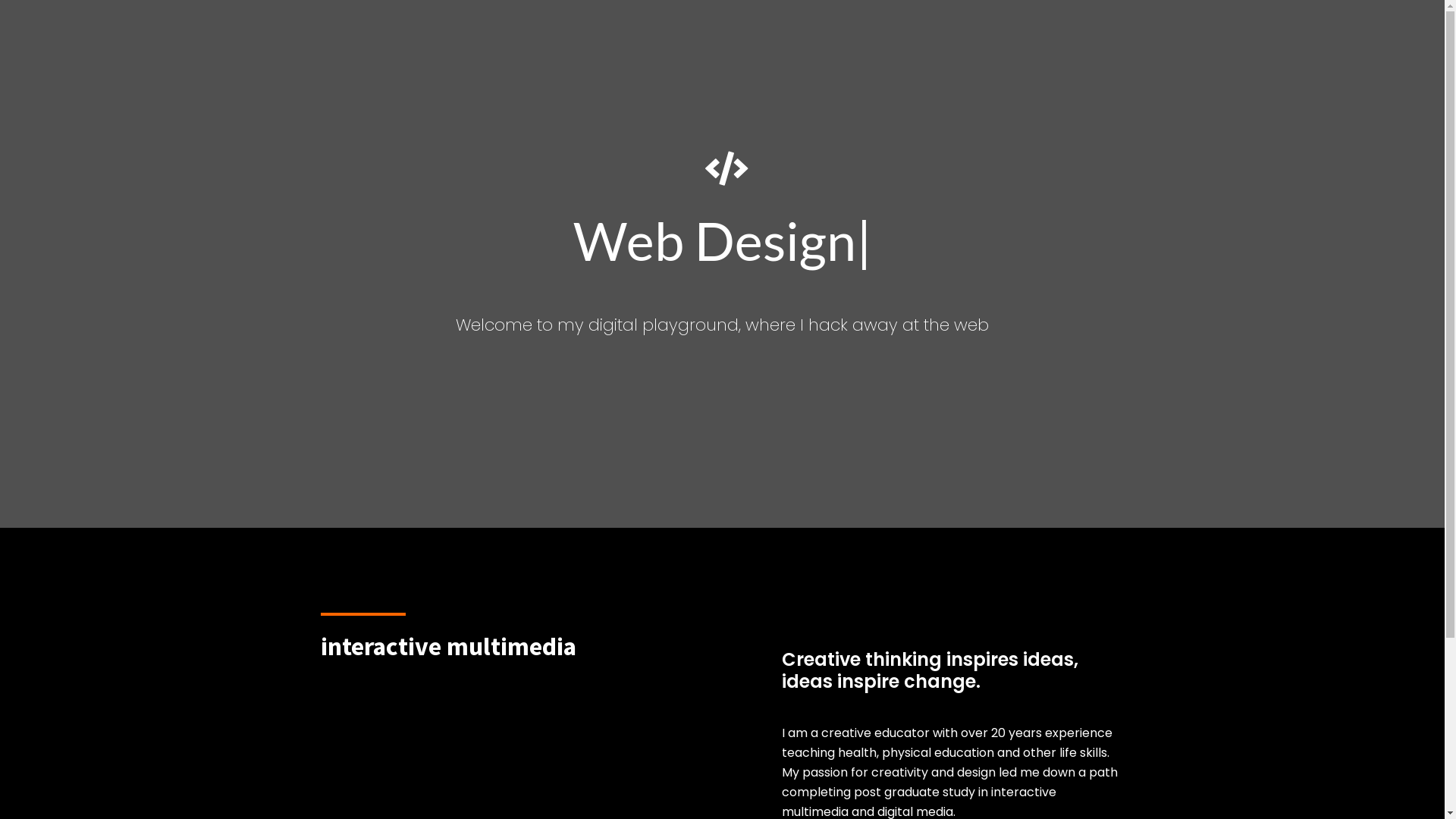 The width and height of the screenshot is (1456, 819). What do you see at coordinates (0, 0) in the screenshot?
I see `'Skip to main content'` at bounding box center [0, 0].